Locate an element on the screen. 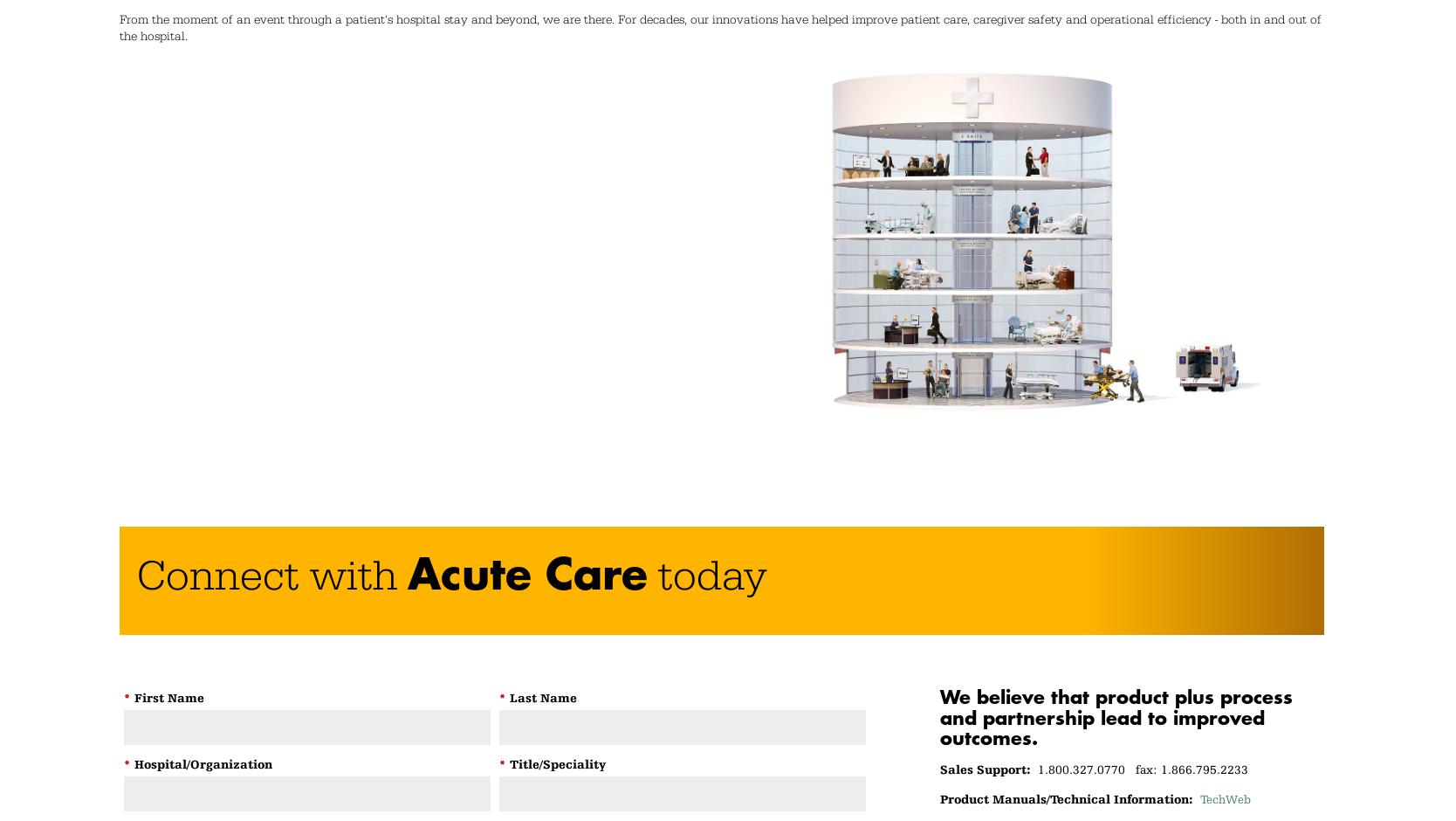  'First Name' is located at coordinates (168, 698).